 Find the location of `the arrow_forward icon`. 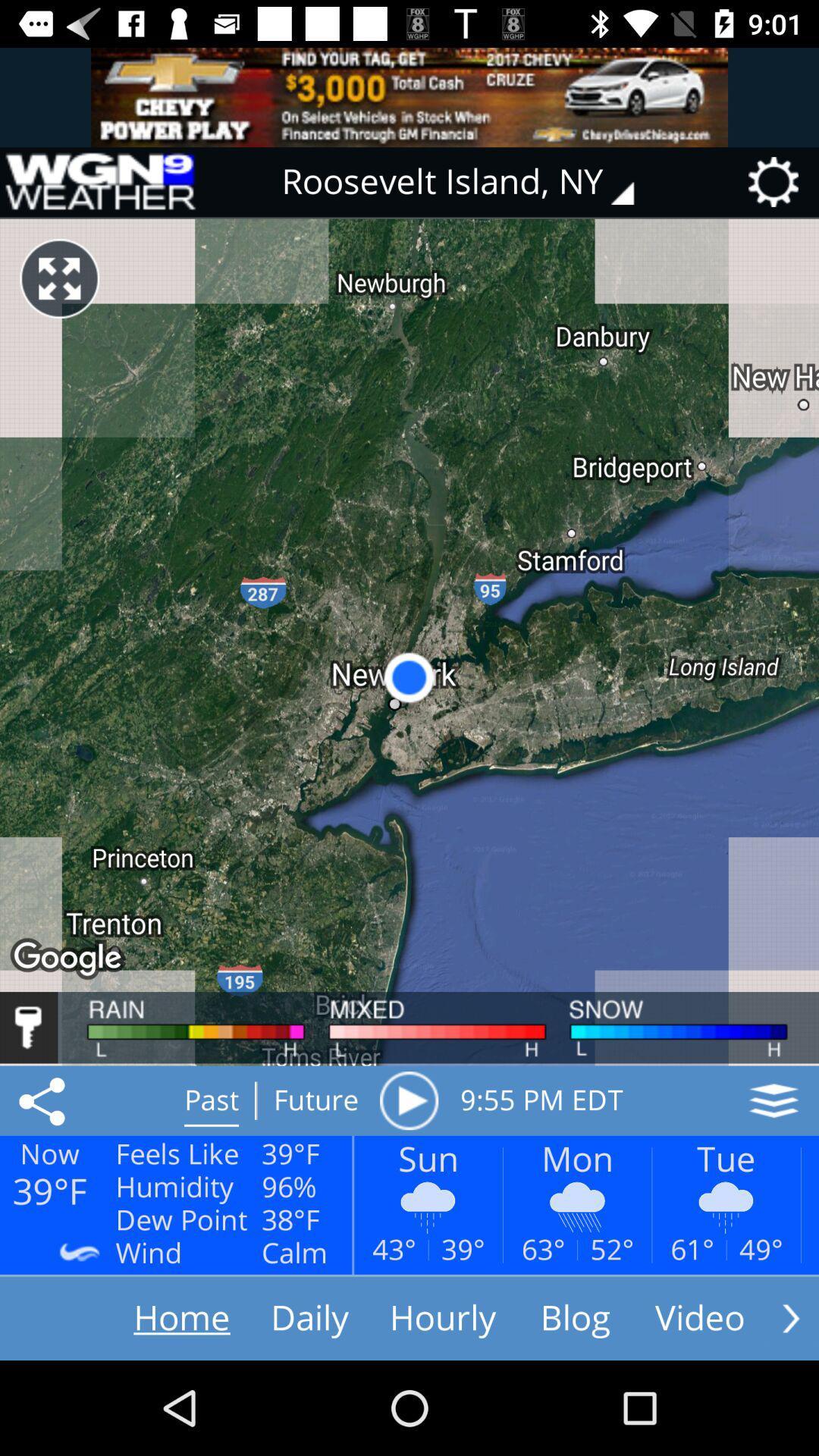

the arrow_forward icon is located at coordinates (790, 1317).